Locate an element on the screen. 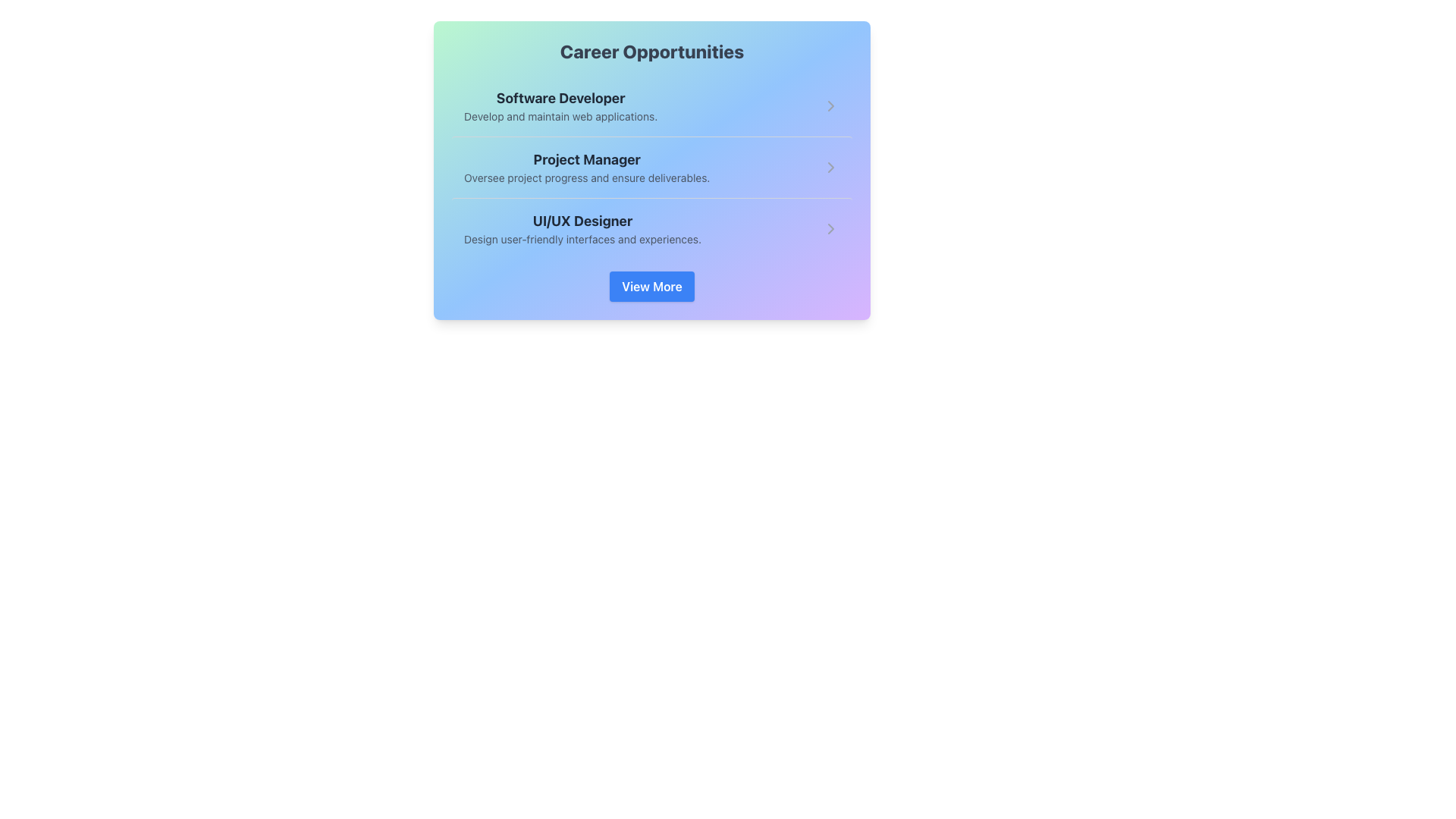  the job description for the 'Project Manager' opportunity, which is the second item in the job listing card is located at coordinates (651, 170).